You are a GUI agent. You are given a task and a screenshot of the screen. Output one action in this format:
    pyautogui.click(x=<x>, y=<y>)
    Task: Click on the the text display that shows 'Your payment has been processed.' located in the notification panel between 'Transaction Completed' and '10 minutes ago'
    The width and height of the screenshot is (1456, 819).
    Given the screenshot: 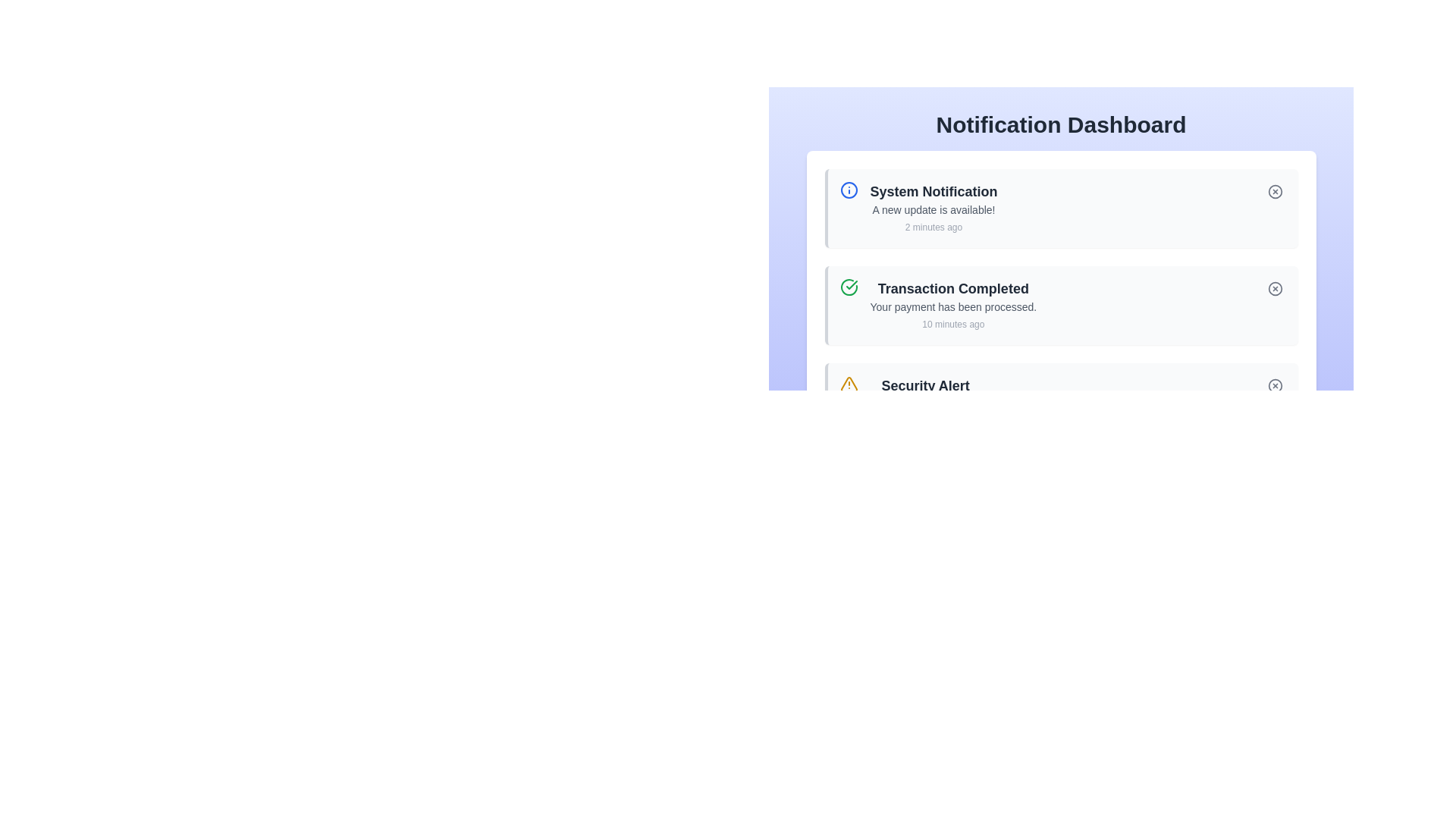 What is the action you would take?
    pyautogui.click(x=952, y=307)
    